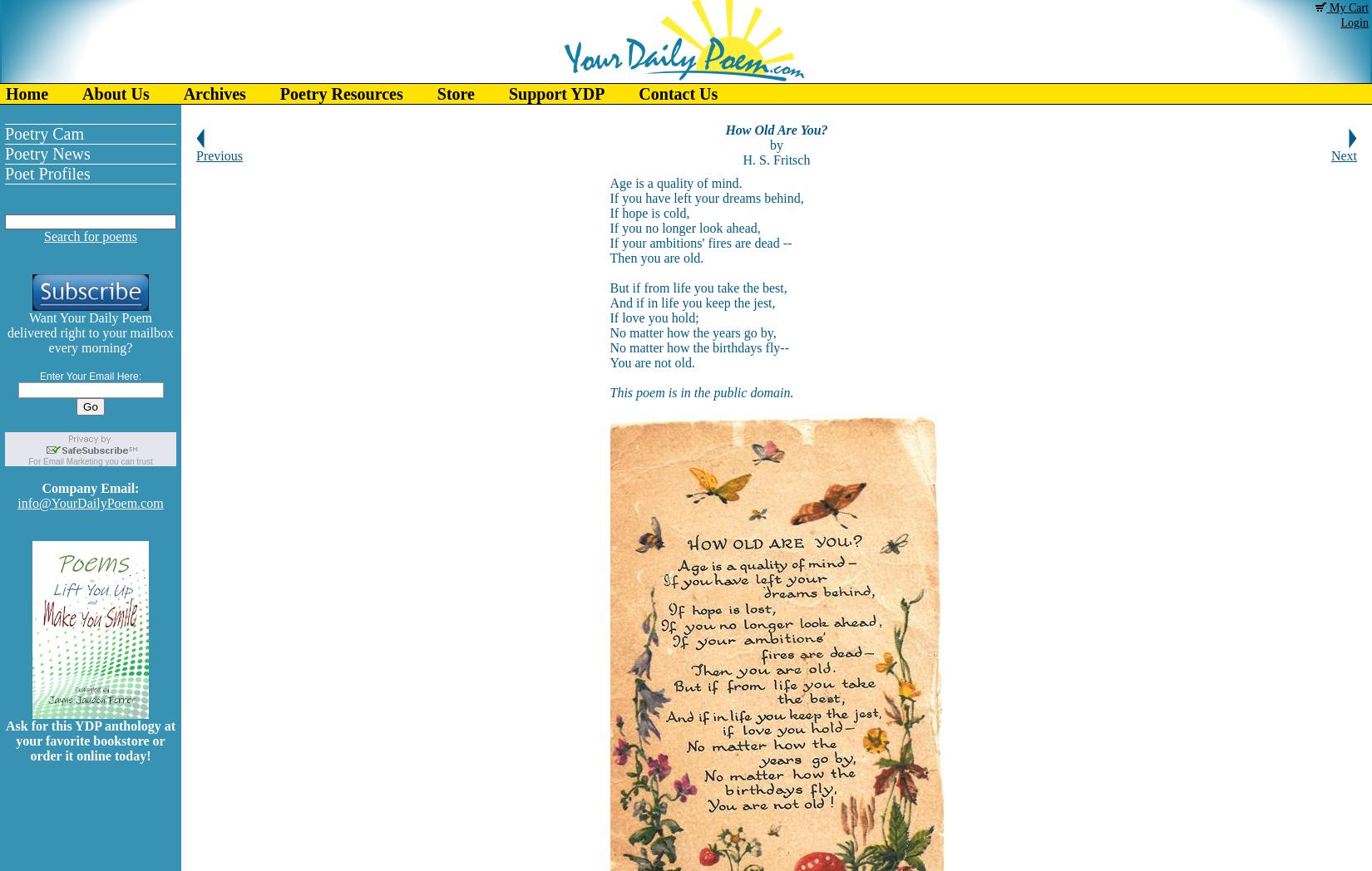 The width and height of the screenshot is (1372, 871). Describe the element at coordinates (776, 159) in the screenshot. I see `'H. S. Fritsch'` at that location.